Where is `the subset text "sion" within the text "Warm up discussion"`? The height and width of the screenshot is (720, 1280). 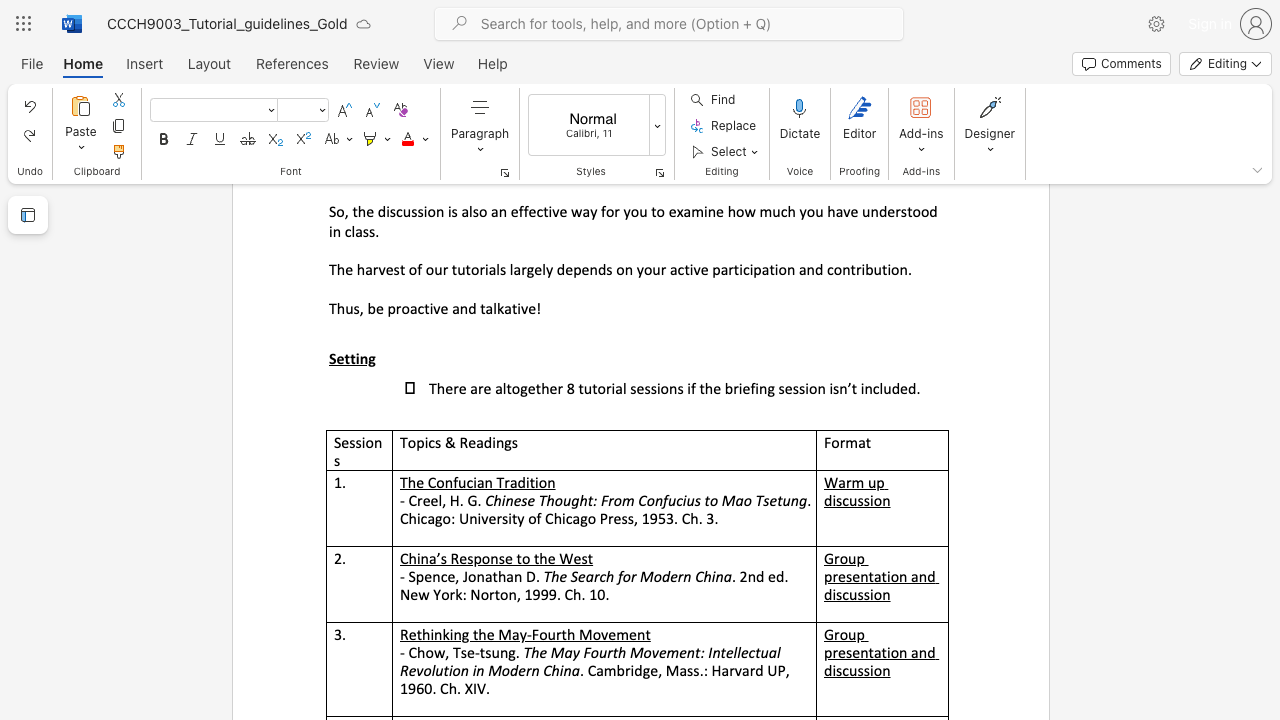
the subset text "sion" within the text "Warm up discussion" is located at coordinates (863, 499).